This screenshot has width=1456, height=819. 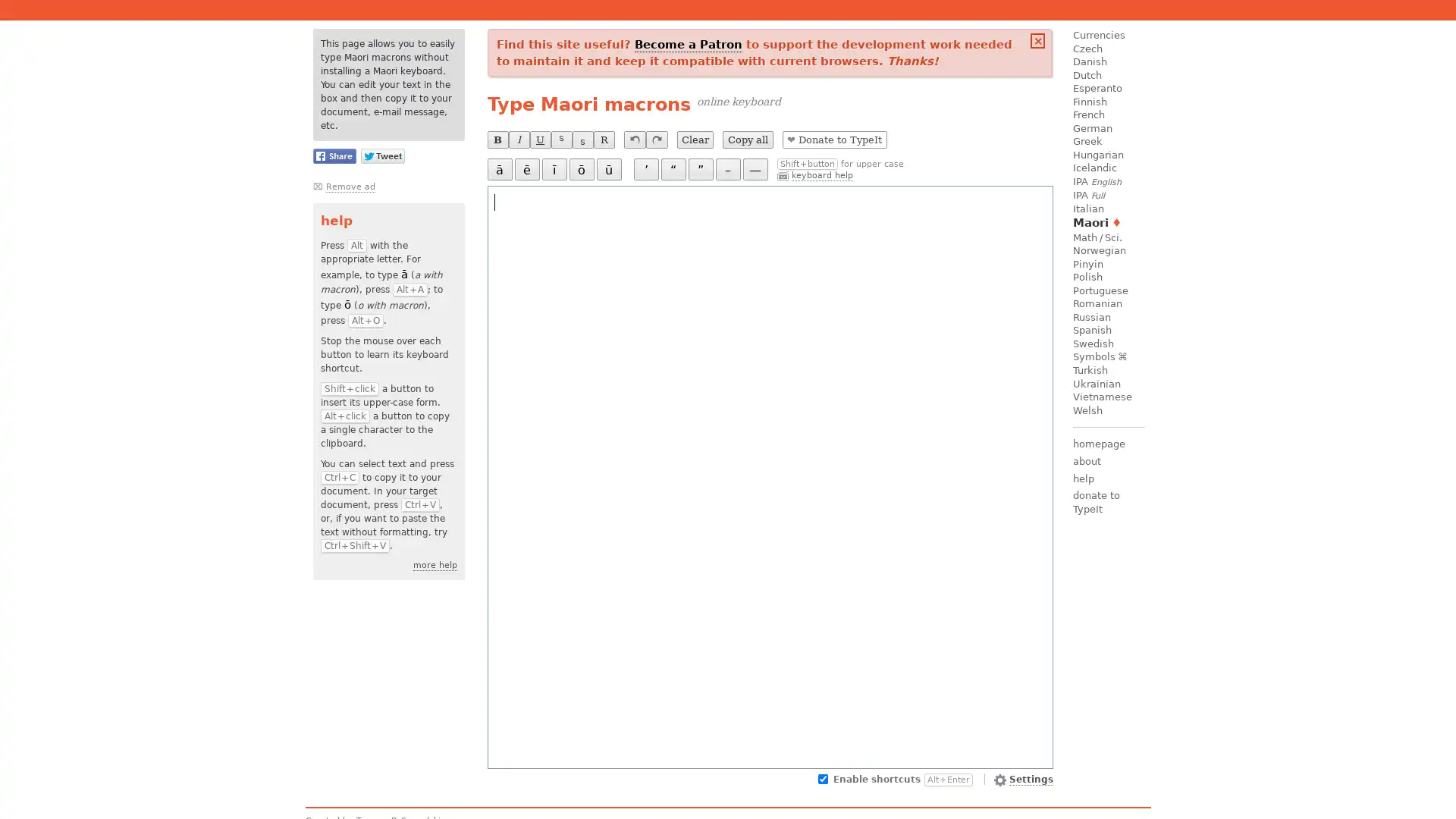 What do you see at coordinates (747, 140) in the screenshot?
I see `Copy all` at bounding box center [747, 140].